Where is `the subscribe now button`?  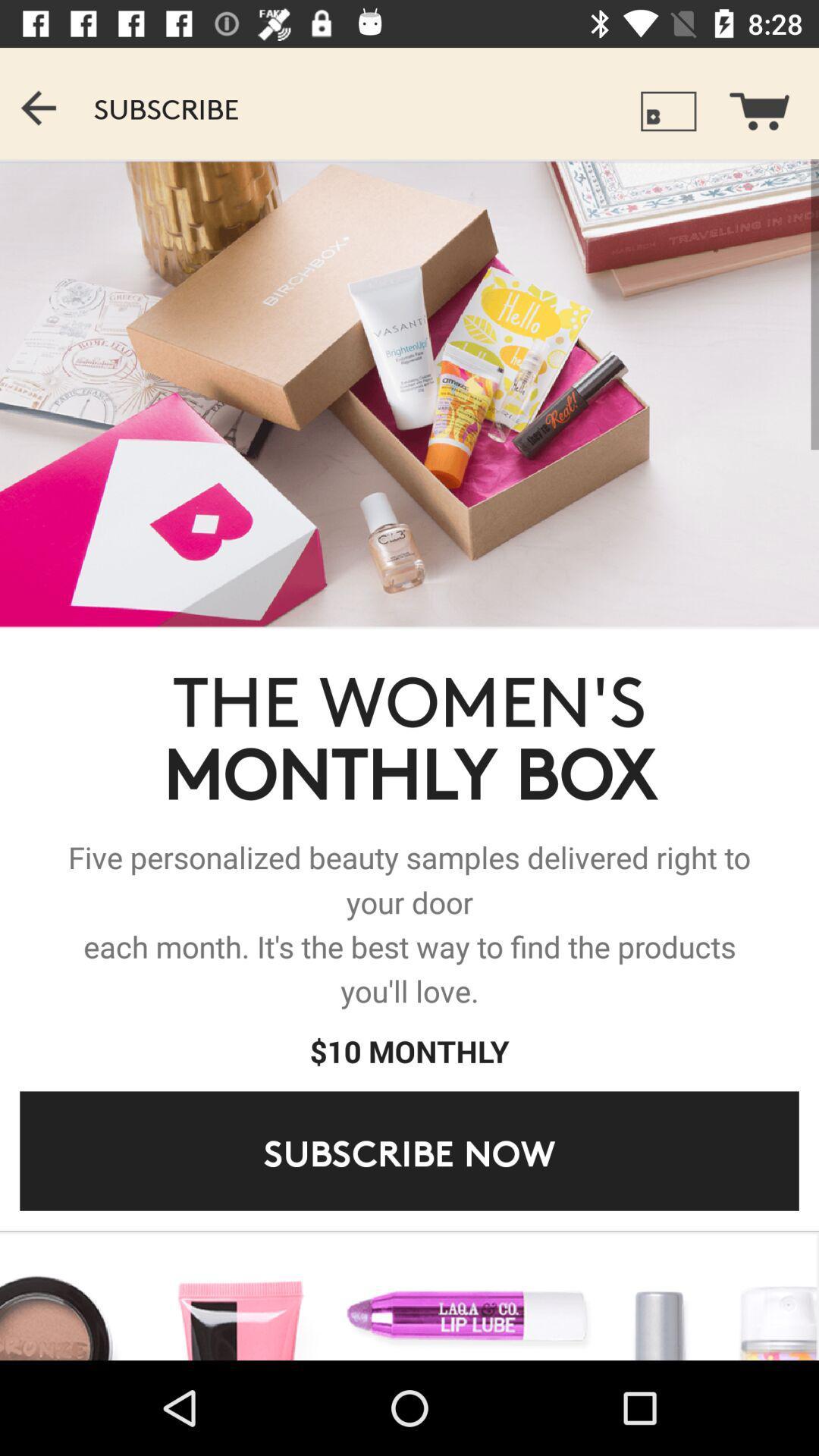
the subscribe now button is located at coordinates (409, 1150).